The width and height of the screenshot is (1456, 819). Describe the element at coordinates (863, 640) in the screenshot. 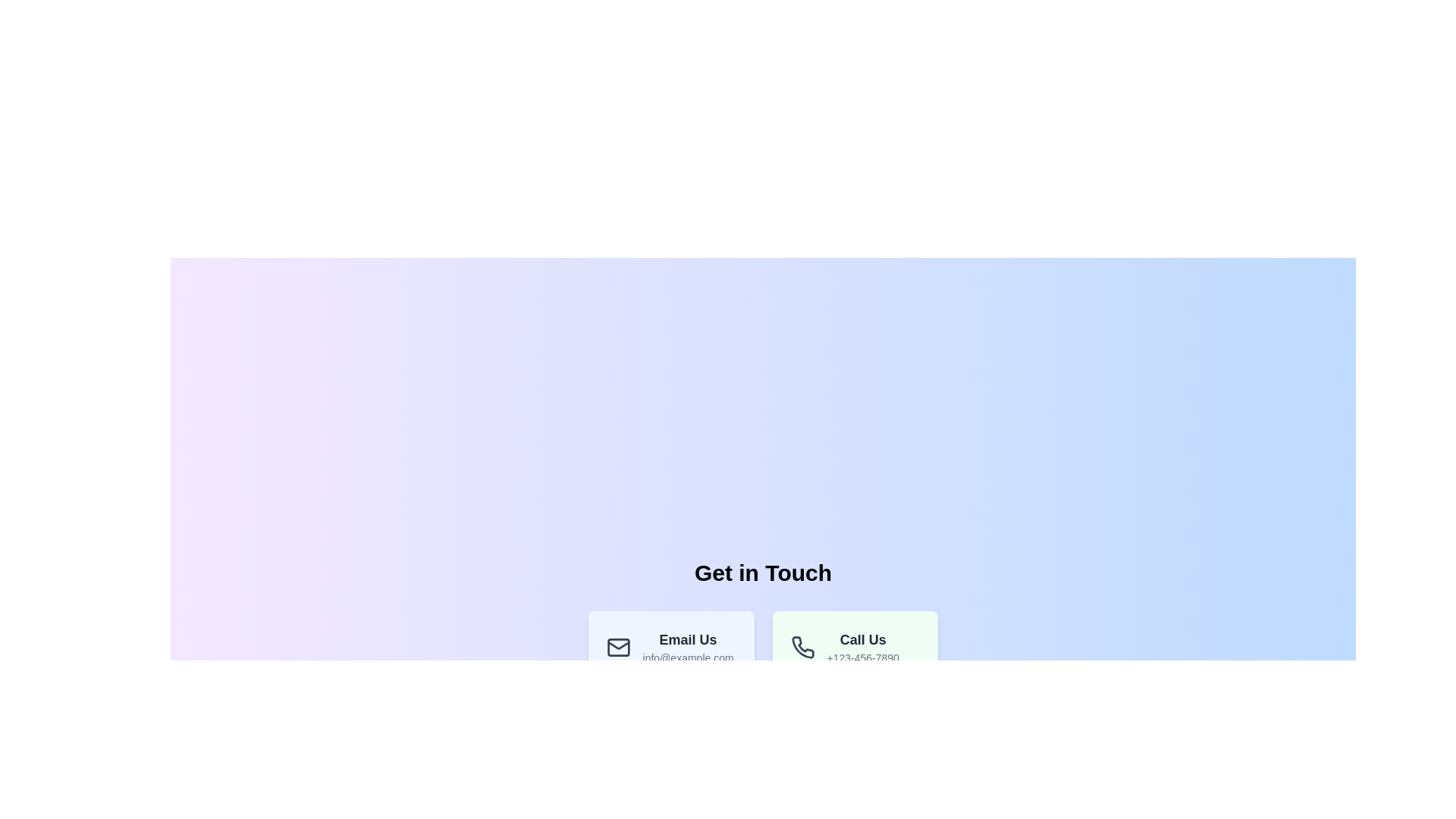

I see `the Static Text Label that serves as a visual indicator for the associated phone number located in the bottom right corner of the interface` at that location.